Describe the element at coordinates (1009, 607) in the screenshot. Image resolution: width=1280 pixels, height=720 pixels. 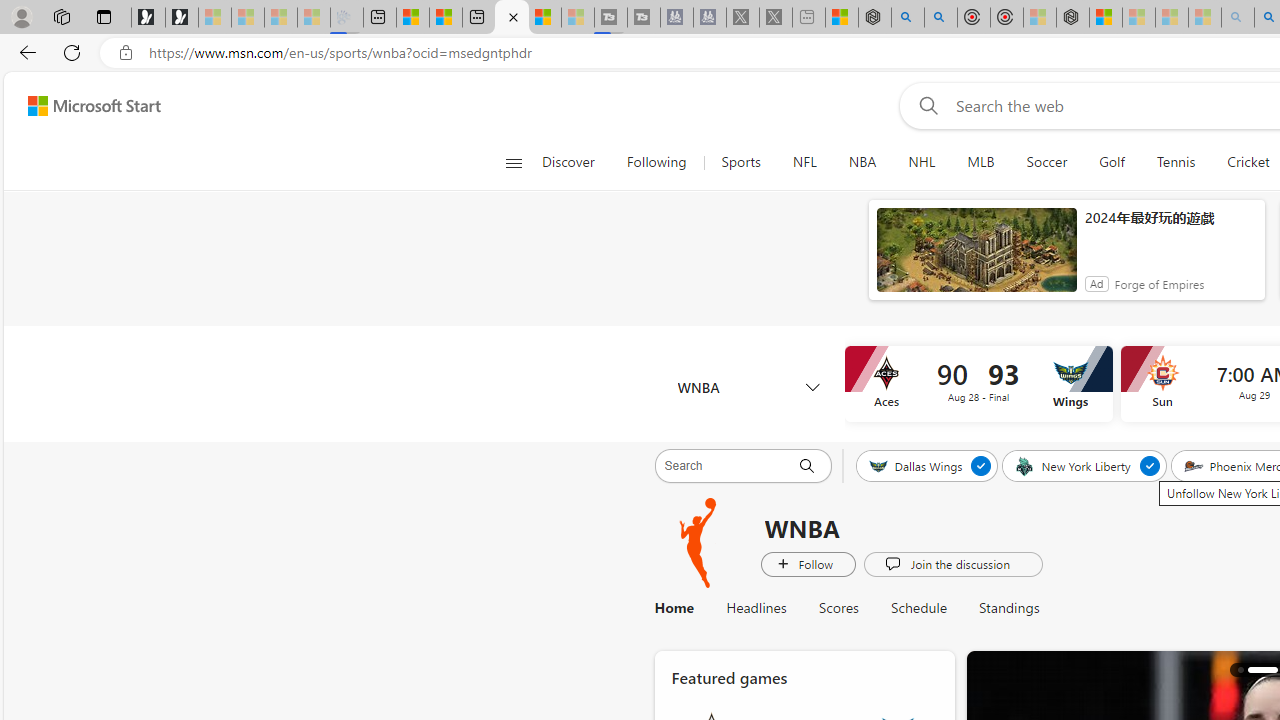
I see `'Standings'` at that location.